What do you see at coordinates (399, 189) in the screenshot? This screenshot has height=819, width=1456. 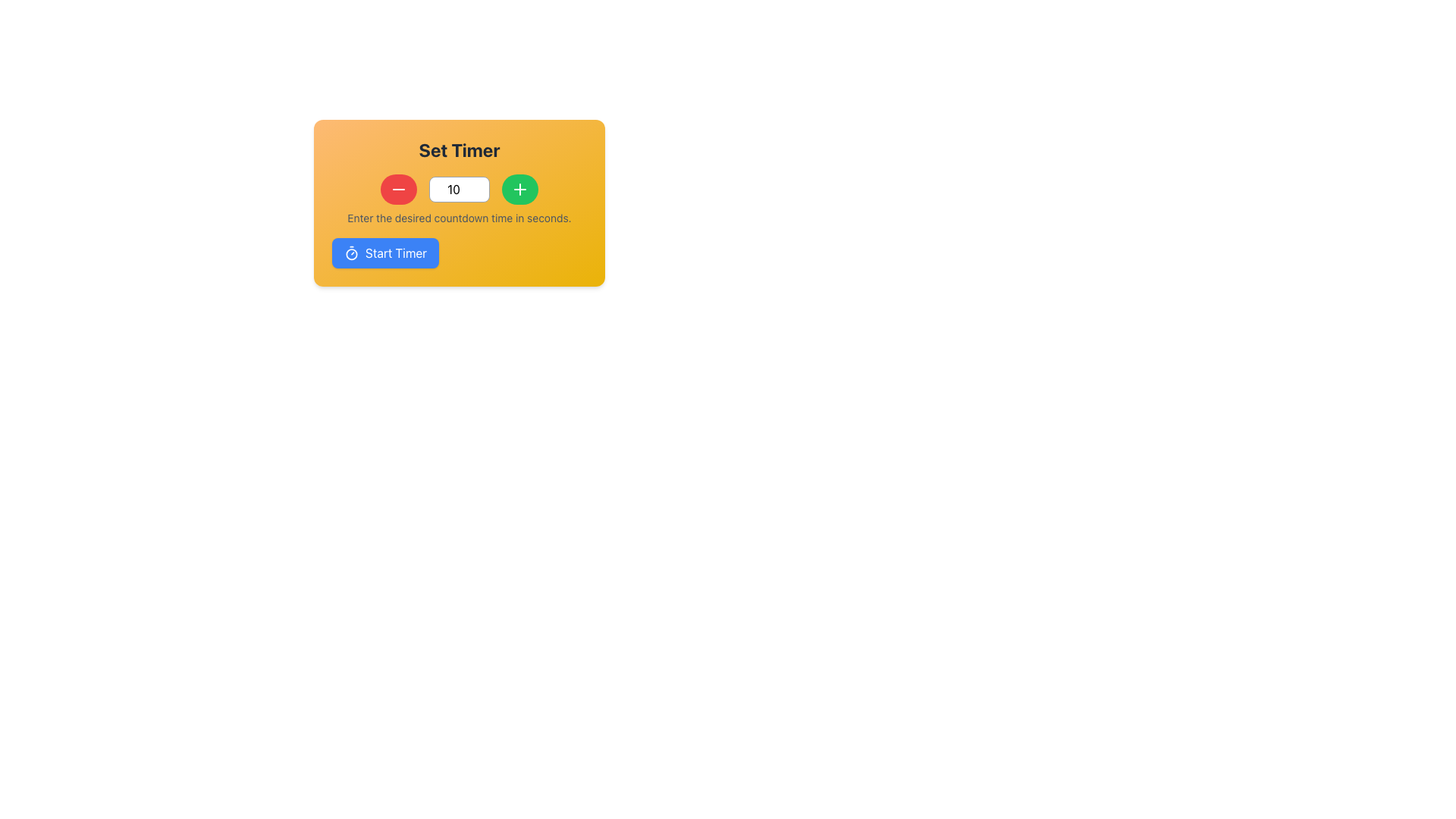 I see `red circular button with a white minus symbol, located to the left of a text input box in the timer setup interface` at bounding box center [399, 189].